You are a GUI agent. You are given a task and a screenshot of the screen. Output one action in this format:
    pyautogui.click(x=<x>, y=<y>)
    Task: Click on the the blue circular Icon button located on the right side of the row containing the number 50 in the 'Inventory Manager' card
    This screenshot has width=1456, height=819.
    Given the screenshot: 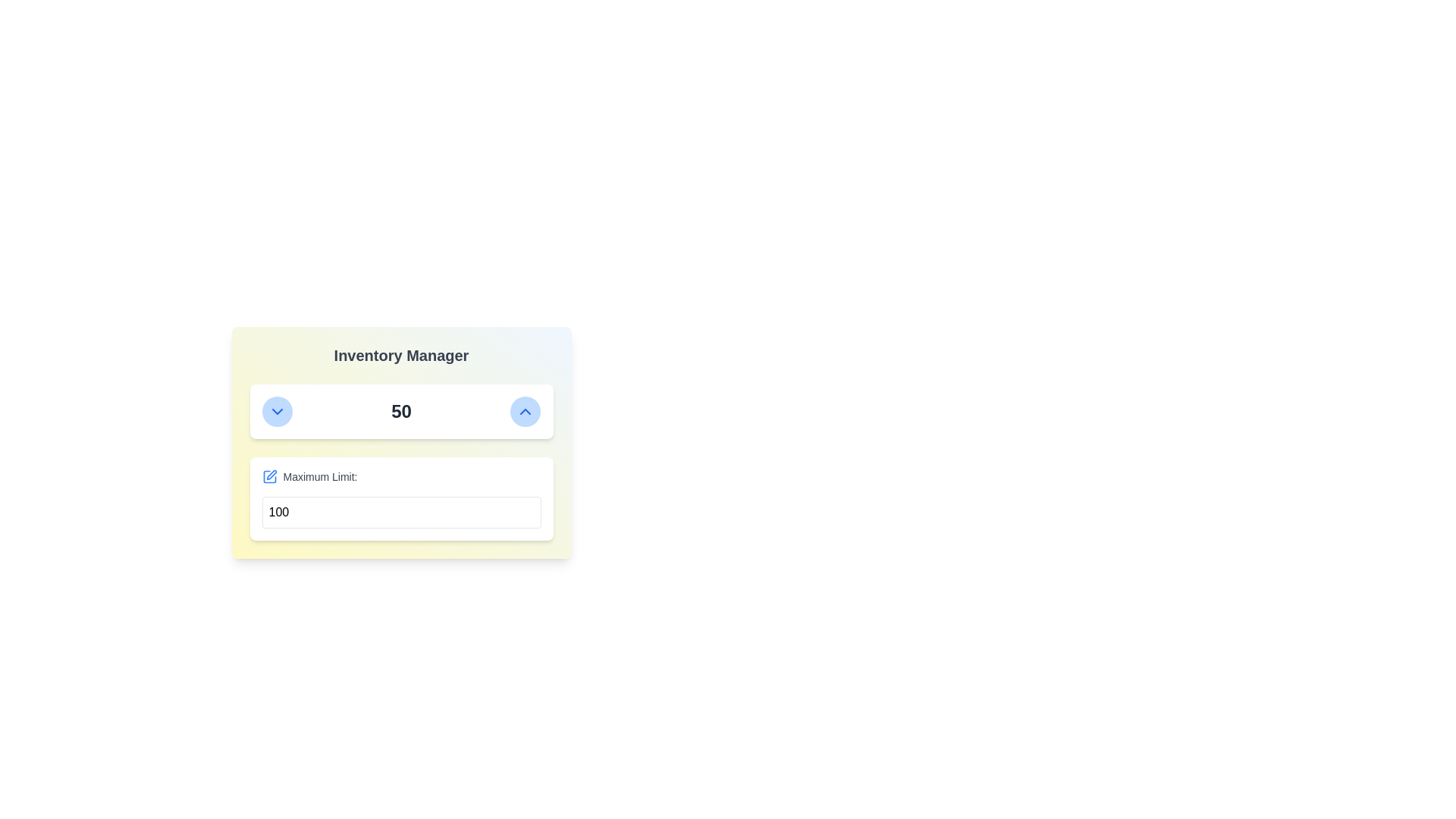 What is the action you would take?
    pyautogui.click(x=277, y=412)
    